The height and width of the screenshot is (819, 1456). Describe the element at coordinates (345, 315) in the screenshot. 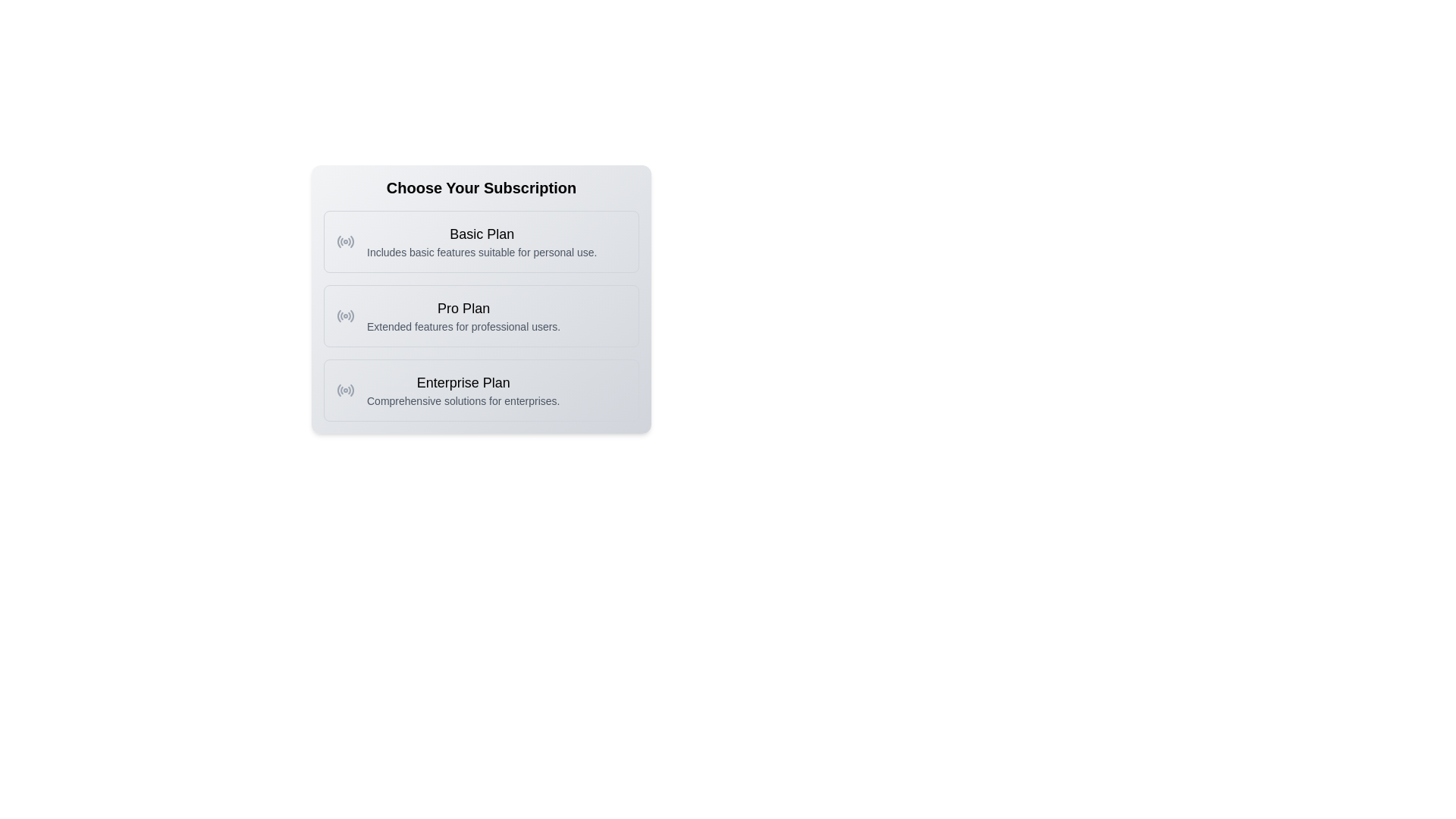

I see `the circular radio transmitter icon located to the left of the 'Pro Plan' label in the subscription selection list` at that location.